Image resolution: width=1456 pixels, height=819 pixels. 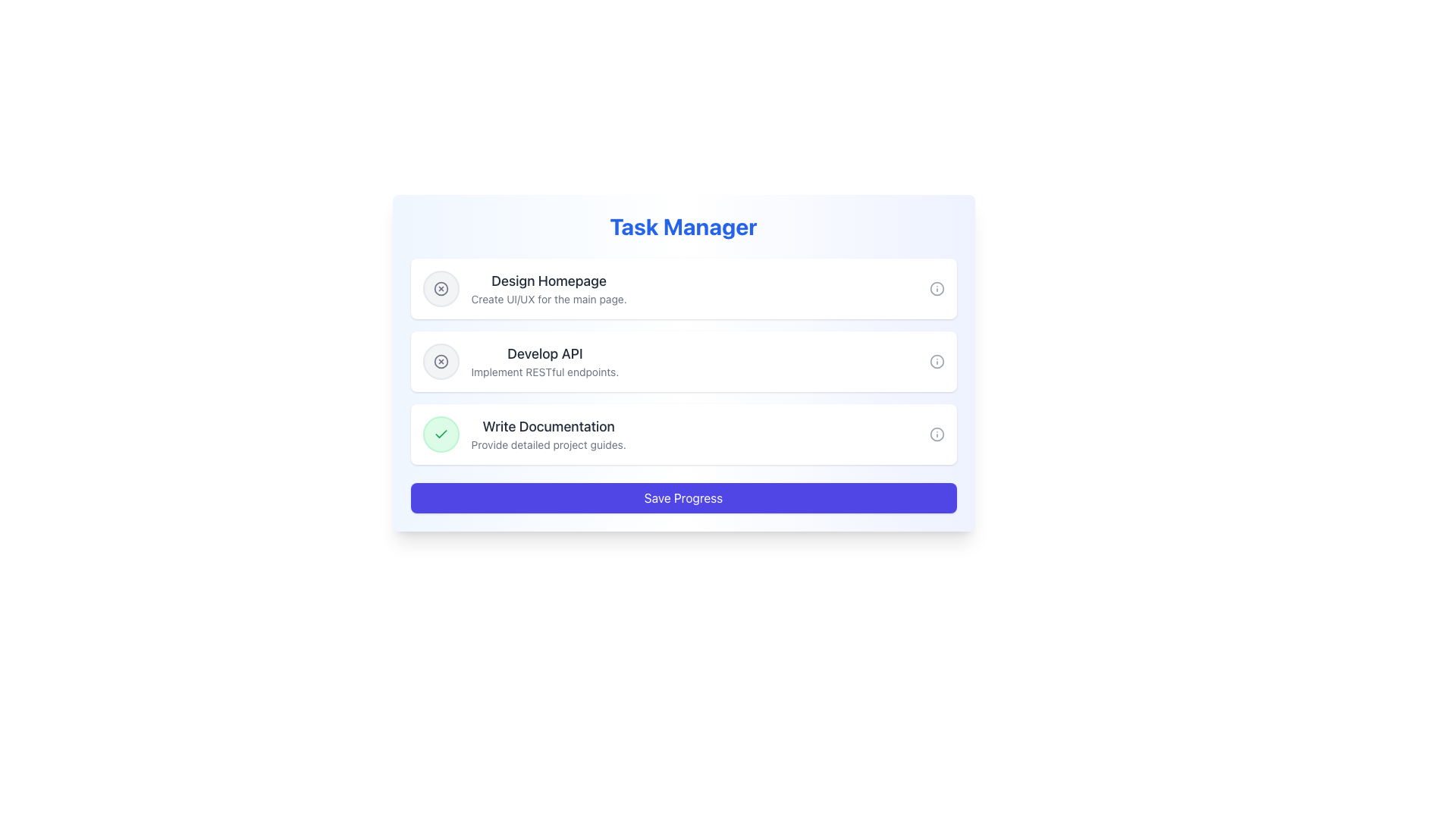 I want to click on the task item displaying 'Write Documentation' in the Task Manager, so click(x=524, y=435).